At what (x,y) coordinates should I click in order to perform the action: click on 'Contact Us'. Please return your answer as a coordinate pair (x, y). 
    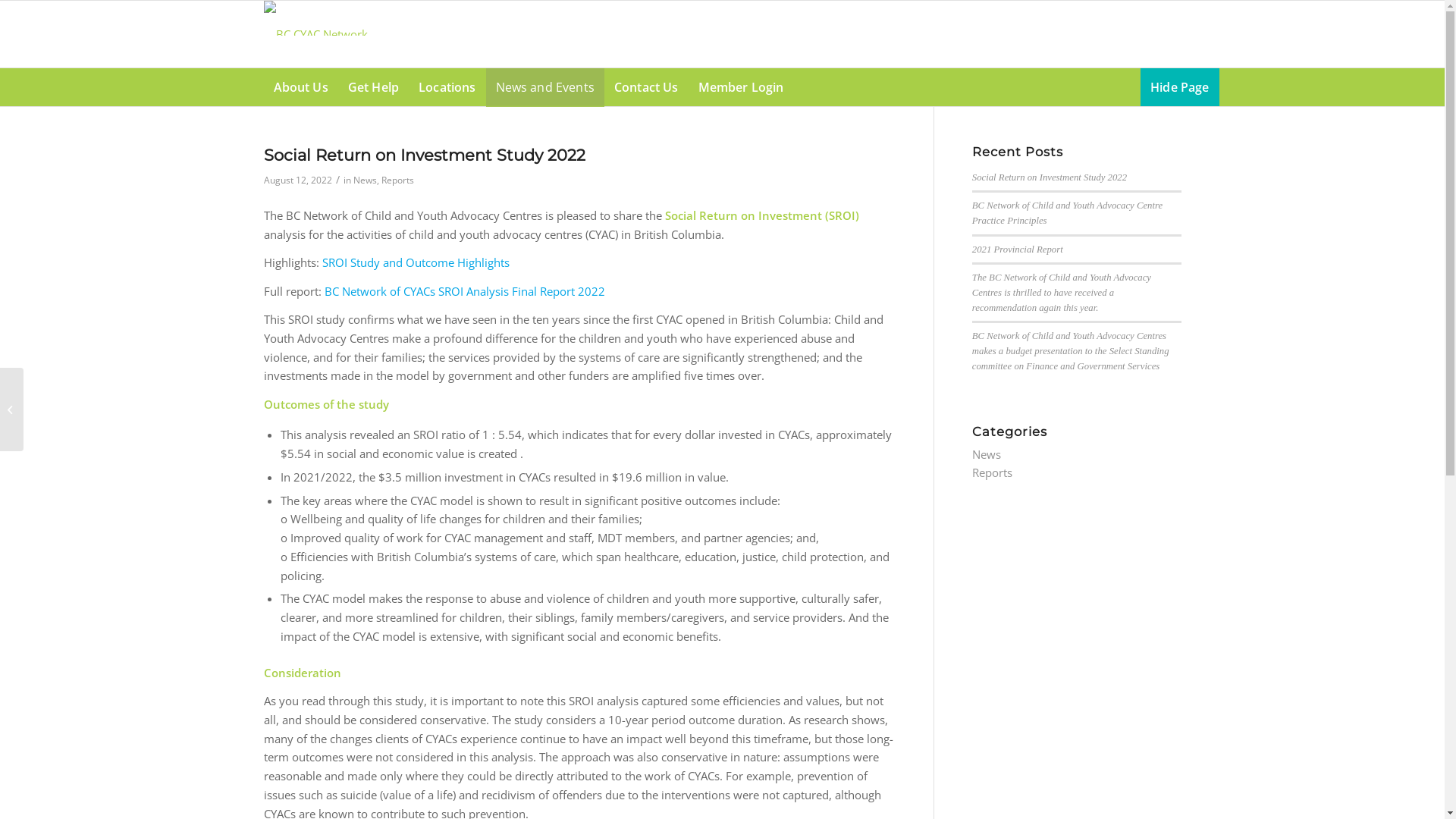
    Looking at the image, I should click on (646, 87).